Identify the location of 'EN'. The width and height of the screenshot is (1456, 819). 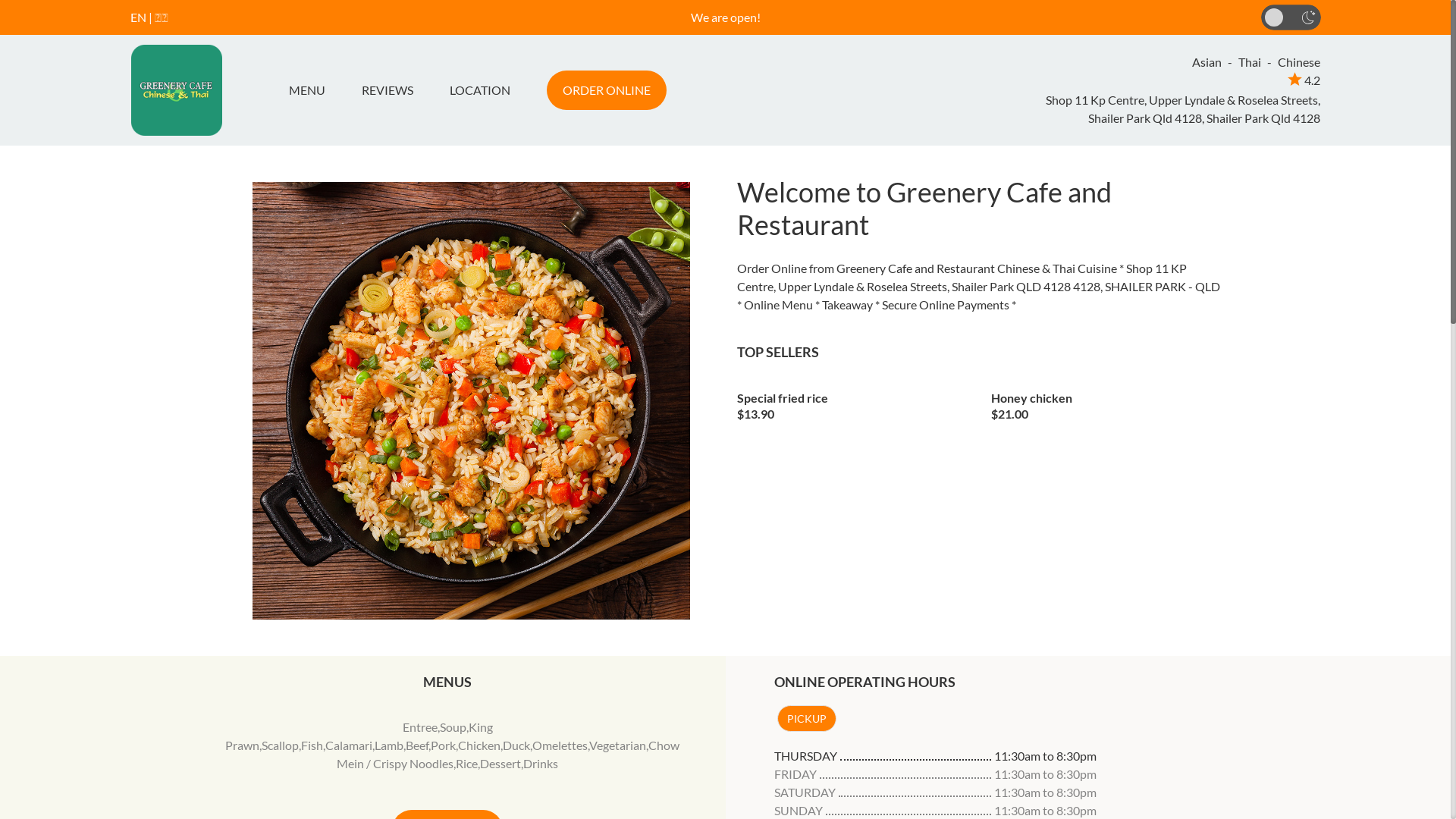
(138, 17).